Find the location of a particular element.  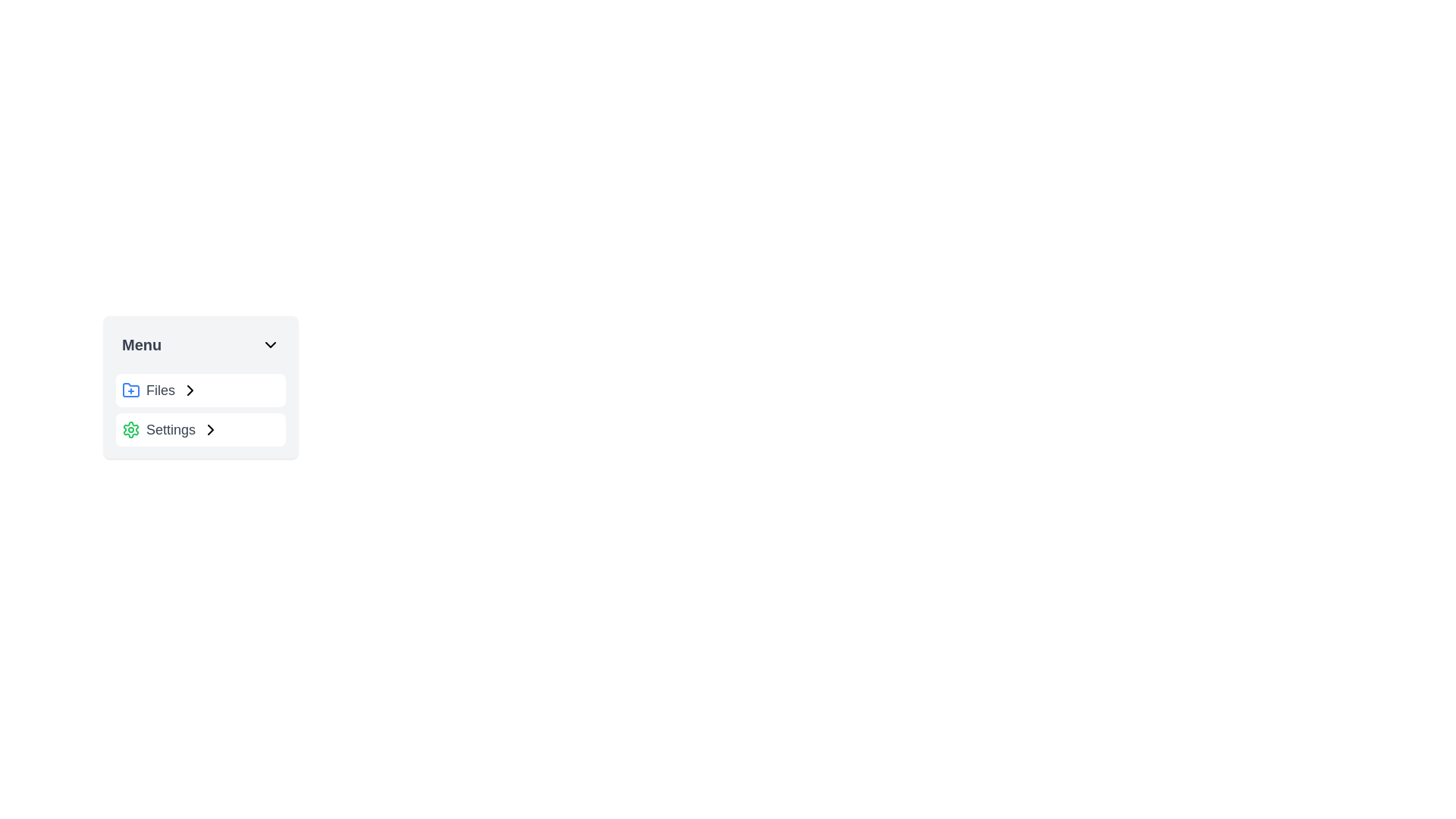

the Dropdown trigger icon located to the far right of the 'Menu' text is located at coordinates (270, 345).